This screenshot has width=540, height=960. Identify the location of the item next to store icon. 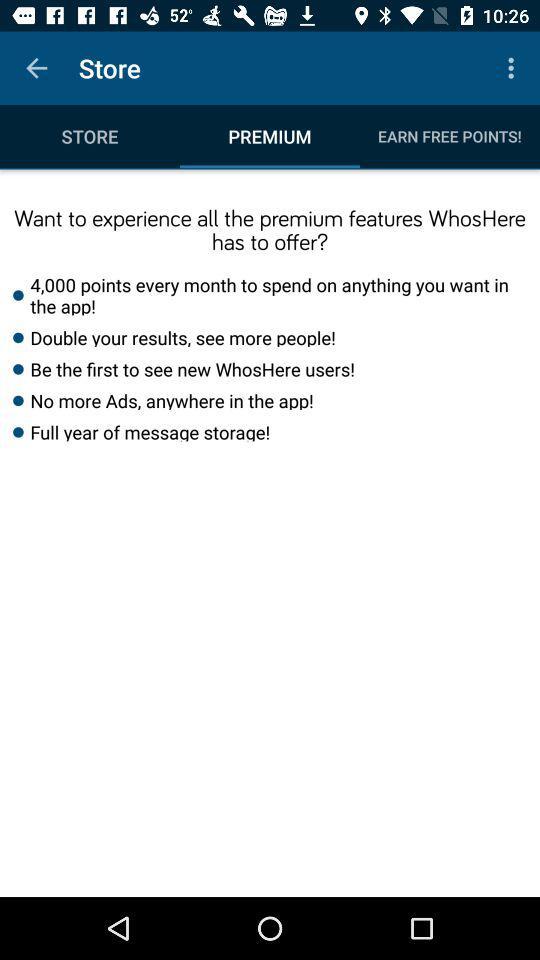
(513, 68).